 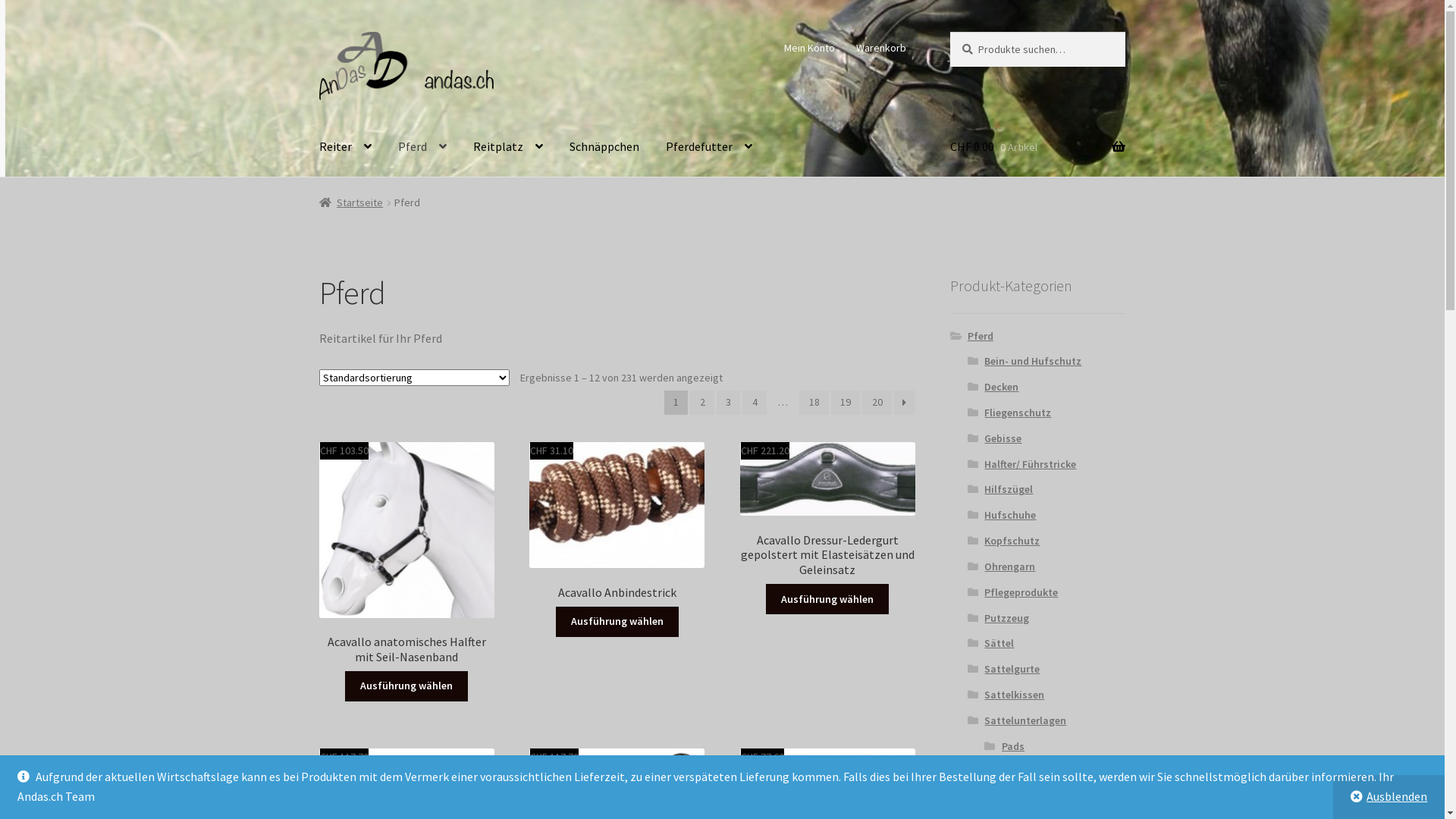 I want to click on 'Gebisse', so click(x=984, y=438).